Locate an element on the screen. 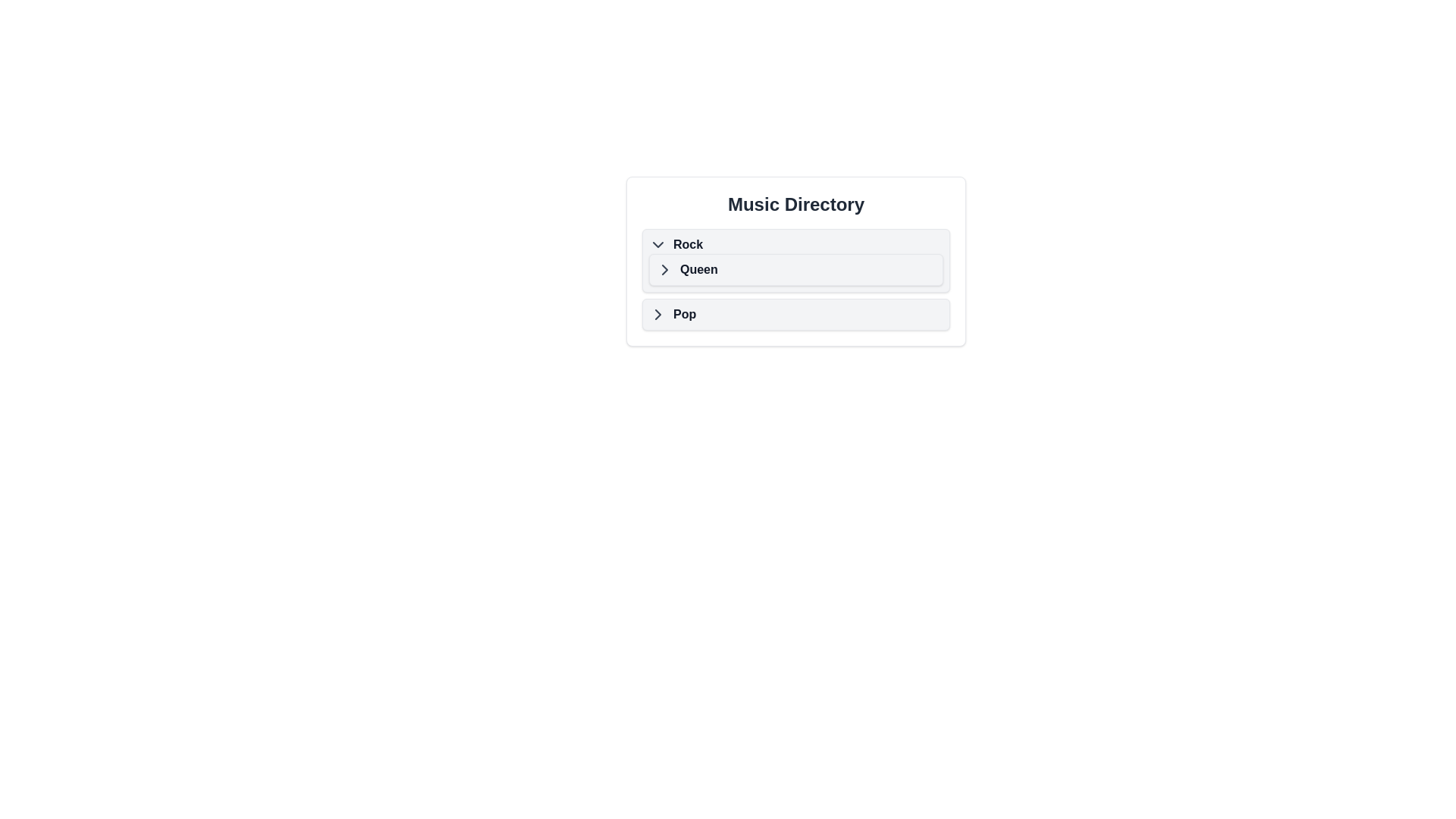 Image resolution: width=1456 pixels, height=819 pixels. the text label 'Pop' styled in bold dark gray, located at the right side of an arrow icon within a collapsible menu item is located at coordinates (684, 314).